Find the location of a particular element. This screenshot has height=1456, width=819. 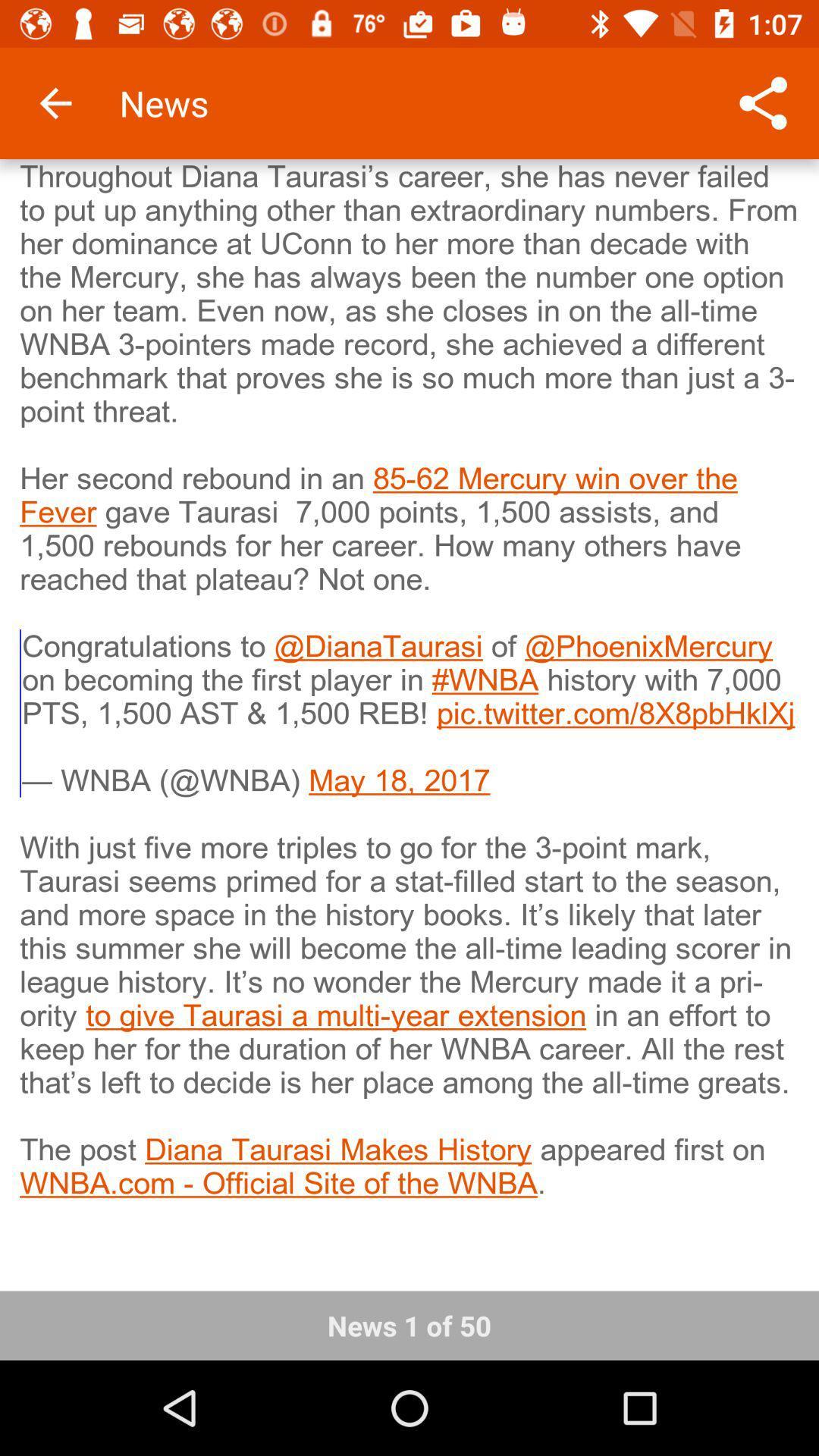

the throughout diana taurasi icon is located at coordinates (409, 714).